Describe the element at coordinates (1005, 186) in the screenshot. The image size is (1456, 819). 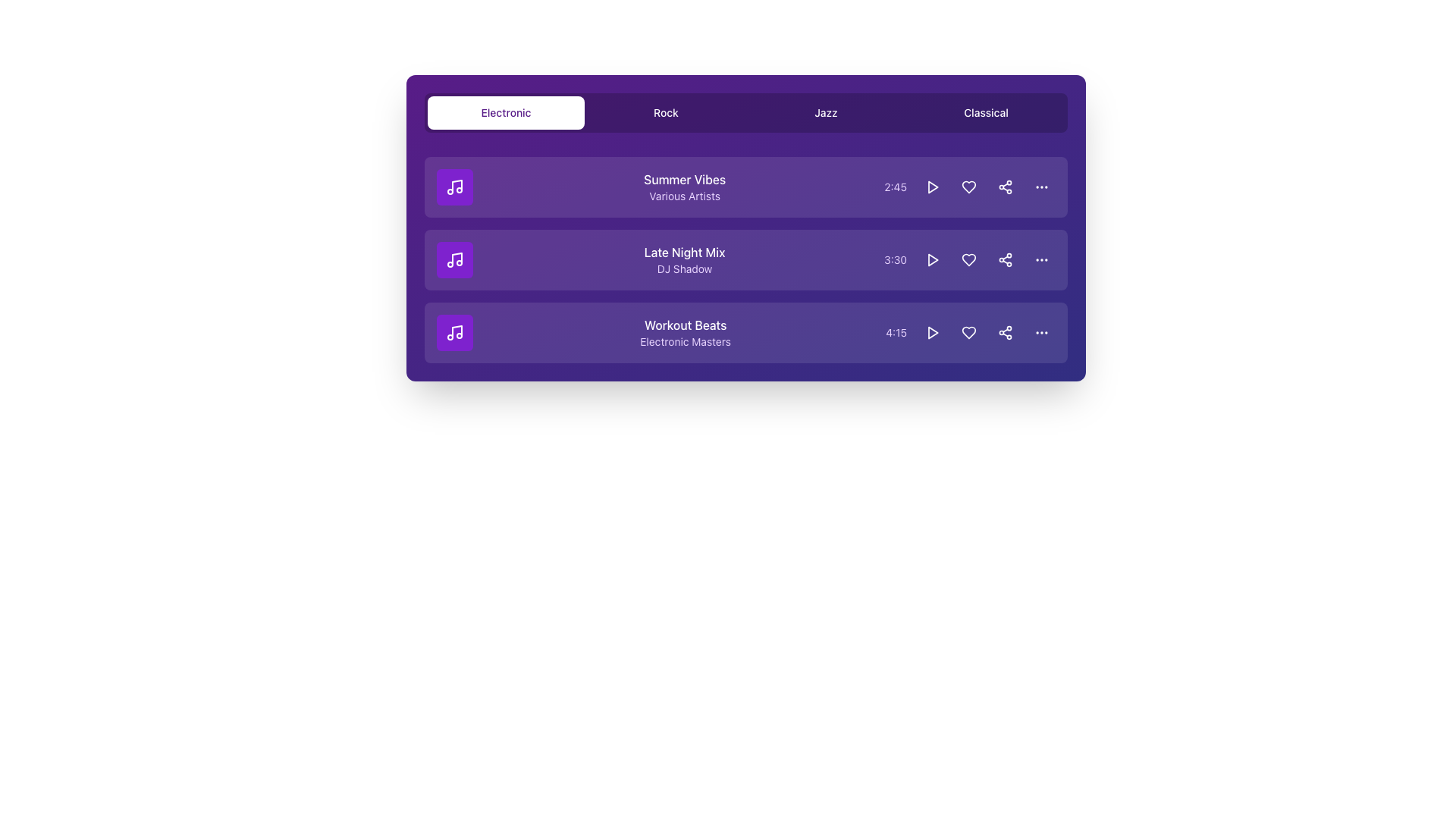
I see `the sharing icon button located to the right of the 'Summer Vibes' song entry in the song list` at that location.